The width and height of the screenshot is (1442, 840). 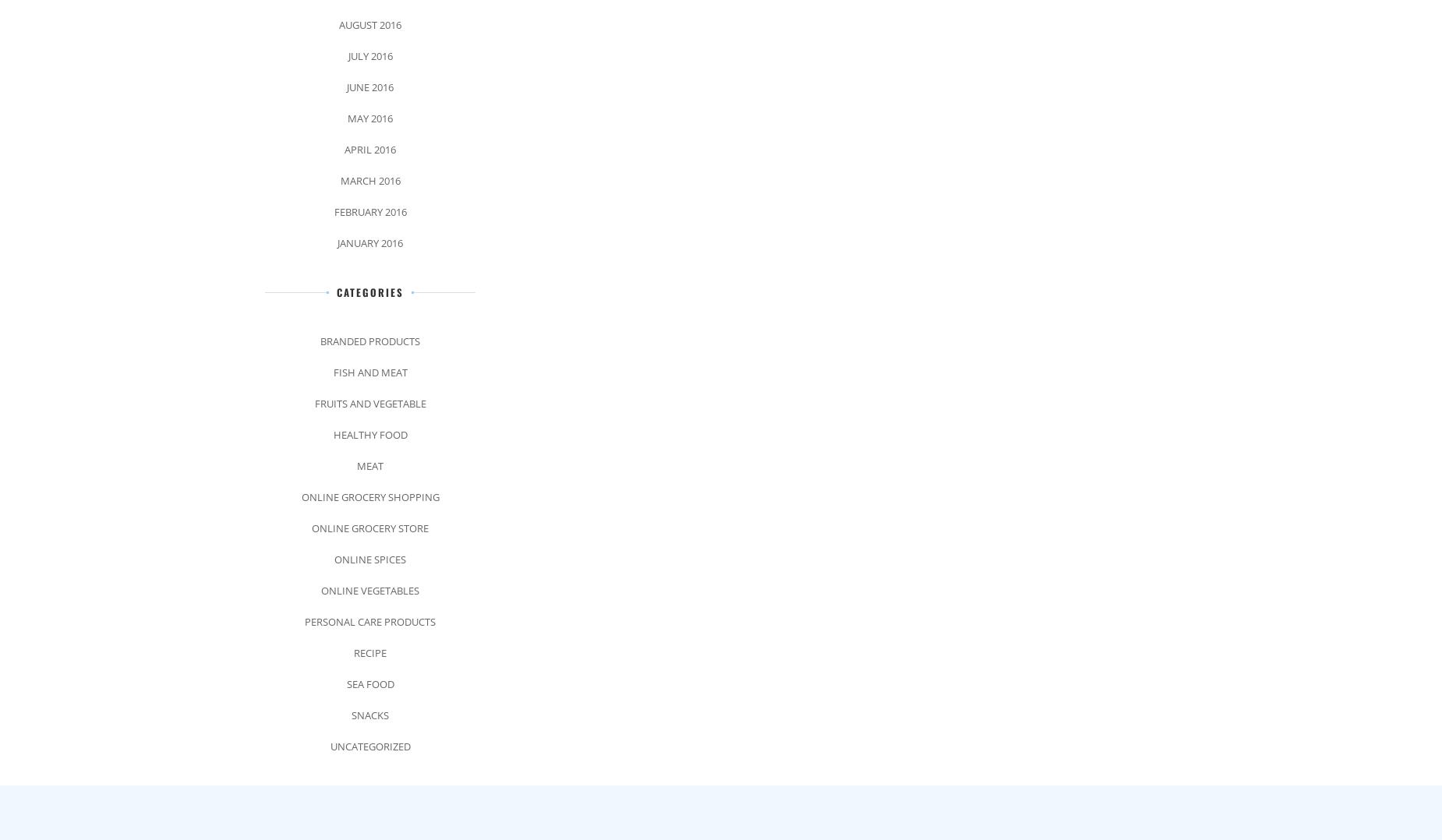 What do you see at coordinates (370, 242) in the screenshot?
I see `'January 2016'` at bounding box center [370, 242].